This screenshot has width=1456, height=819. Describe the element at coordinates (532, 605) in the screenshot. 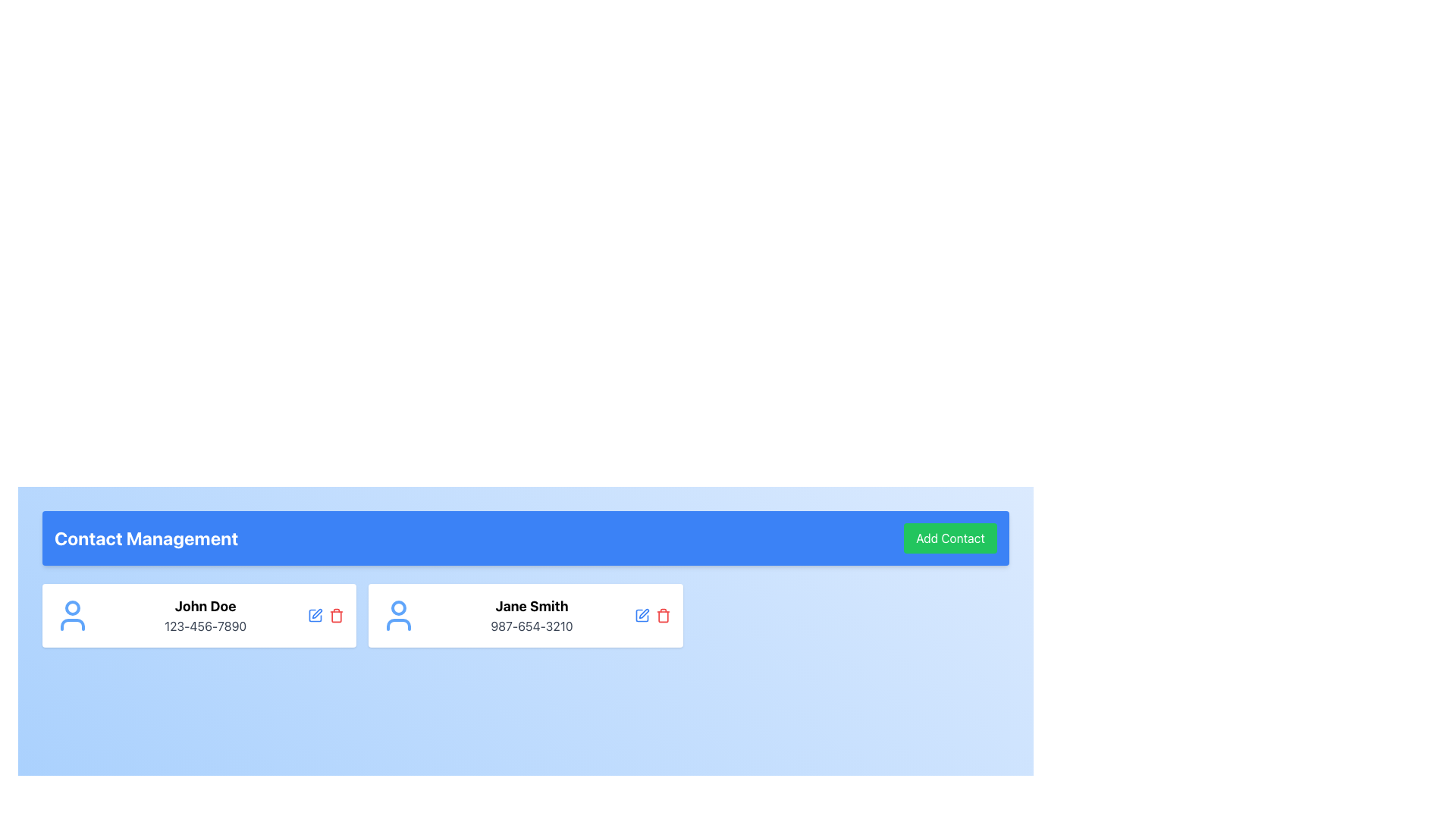

I see `the text label 'Jane Smith' which is styled in bold and large font, located in the second contact card above the phone number '987-654-3210'` at that location.